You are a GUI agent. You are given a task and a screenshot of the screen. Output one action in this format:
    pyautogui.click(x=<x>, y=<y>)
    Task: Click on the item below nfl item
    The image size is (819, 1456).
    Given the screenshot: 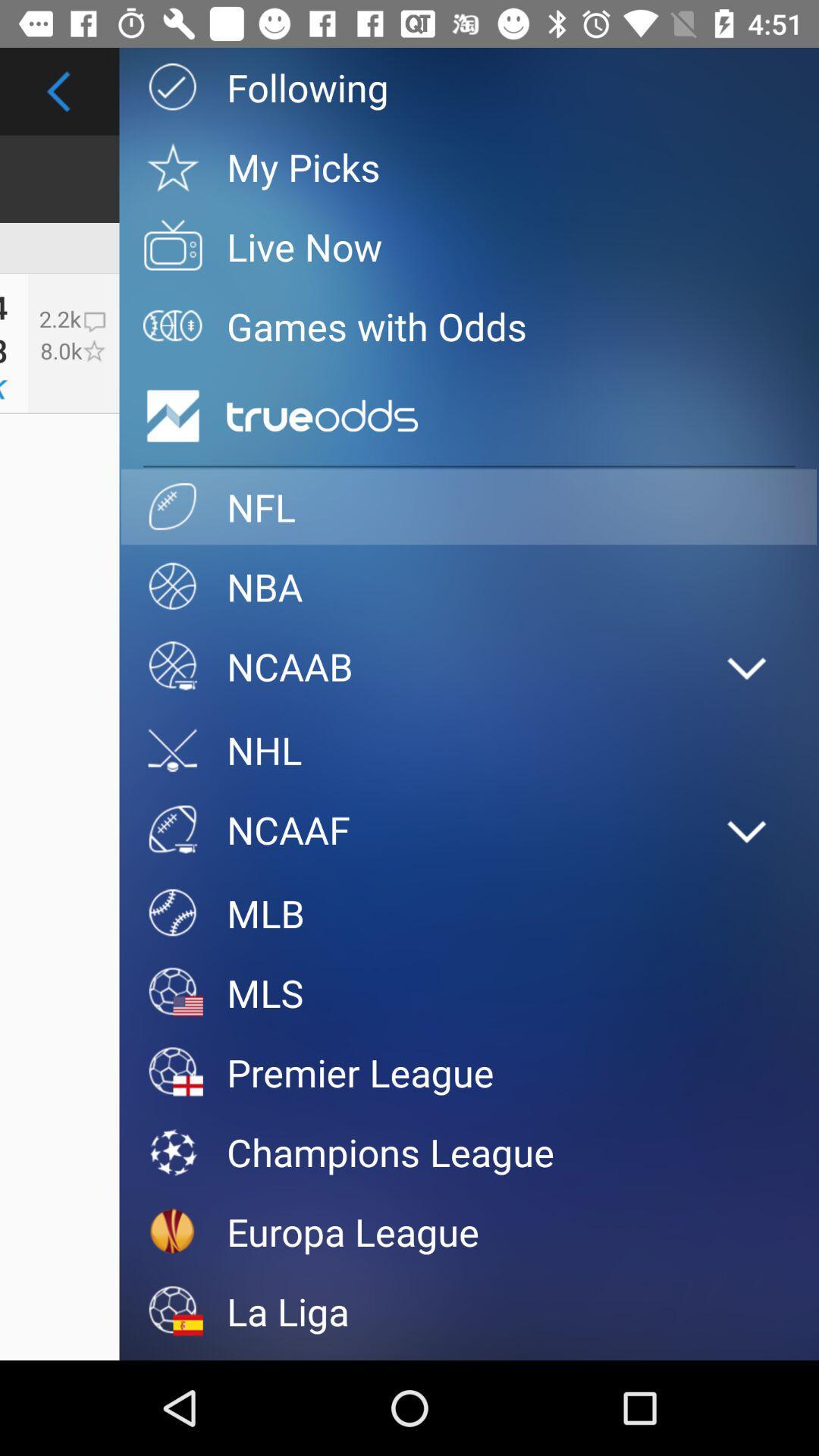 What is the action you would take?
    pyautogui.click(x=468, y=585)
    